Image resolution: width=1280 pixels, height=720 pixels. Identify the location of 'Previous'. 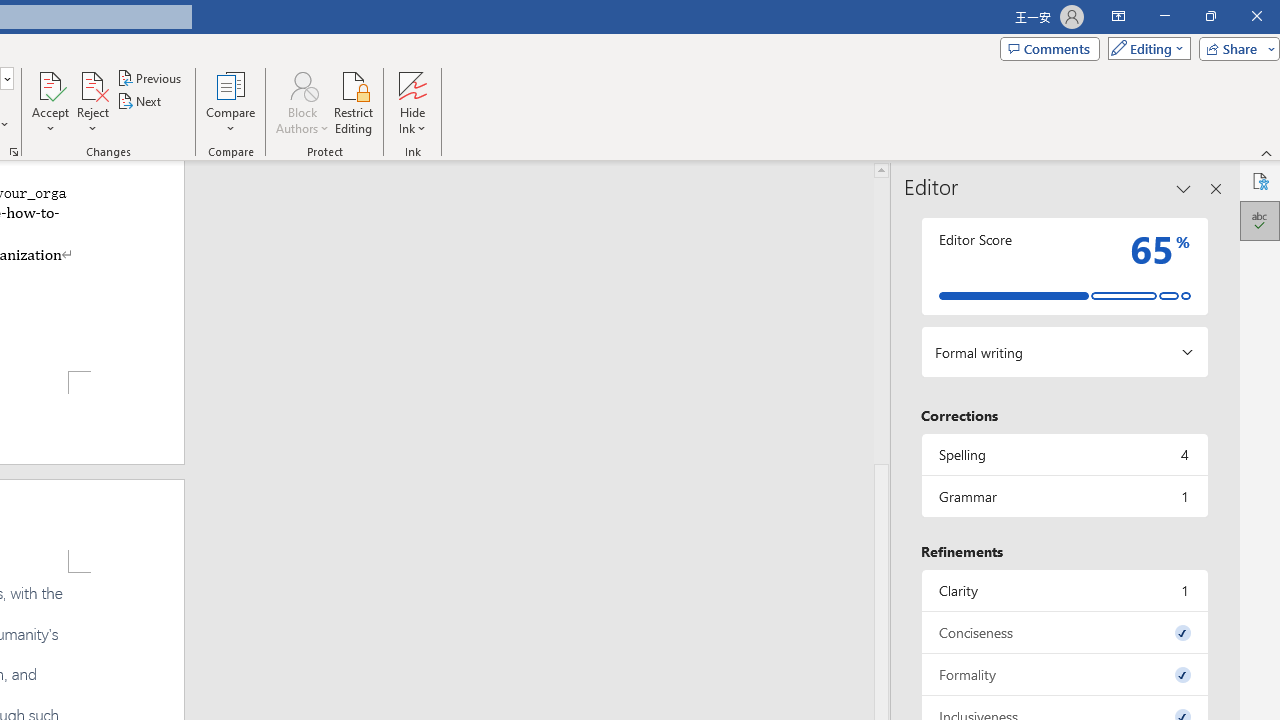
(150, 77).